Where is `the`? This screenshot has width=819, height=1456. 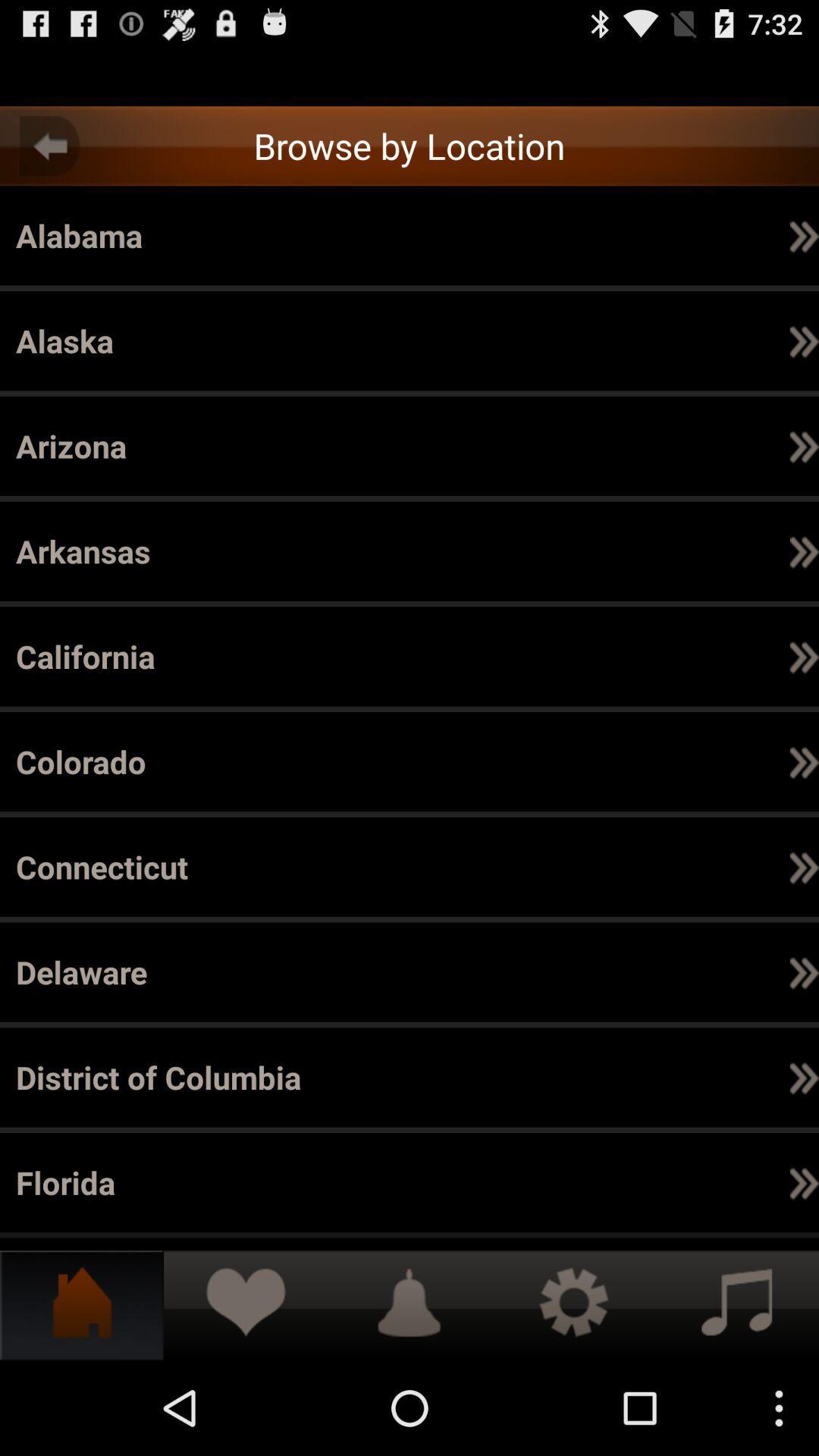
the is located at coordinates (657, 972).